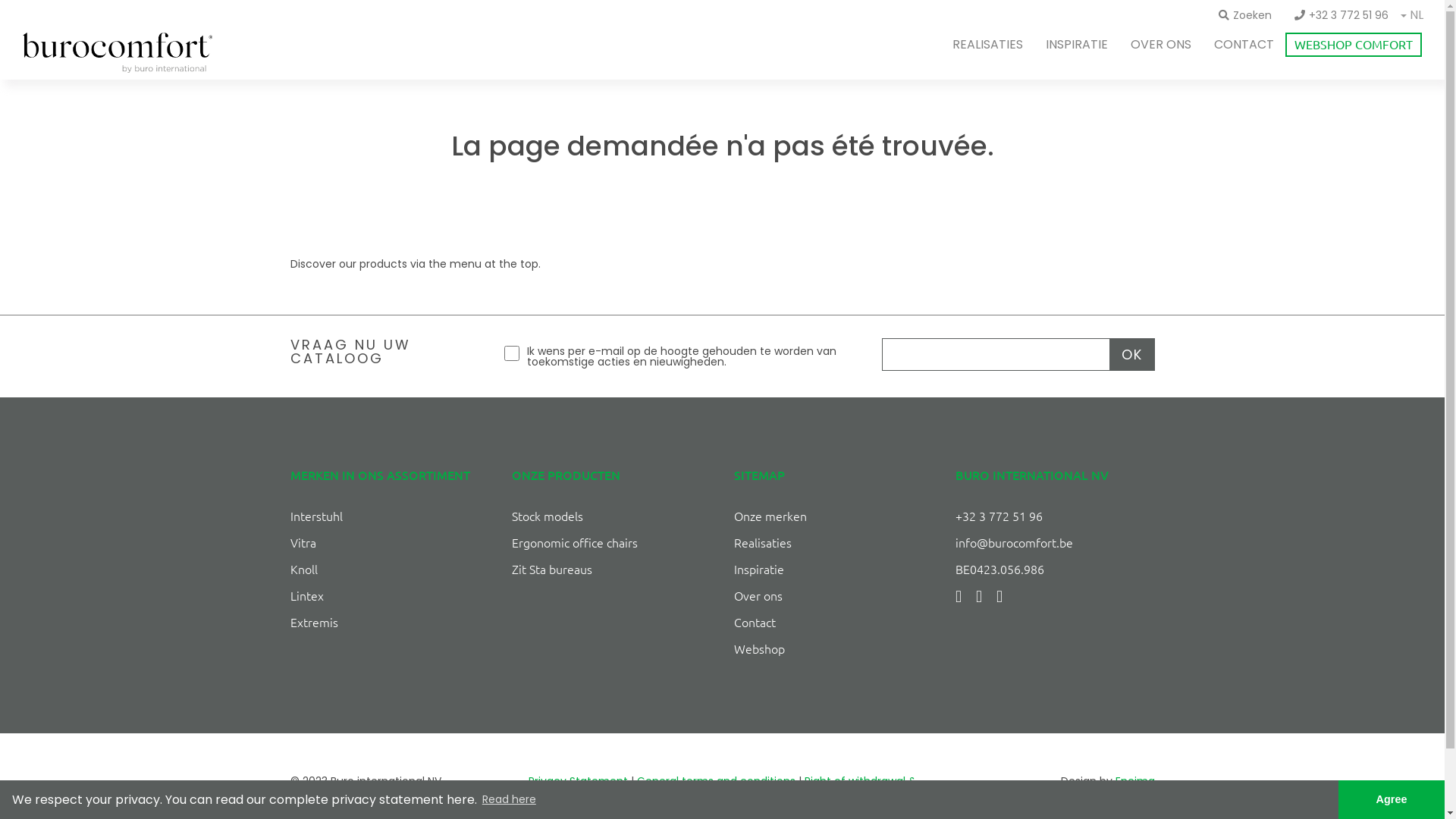 The height and width of the screenshot is (819, 1456). I want to click on 'info@burocomfort.be', so click(1014, 541).